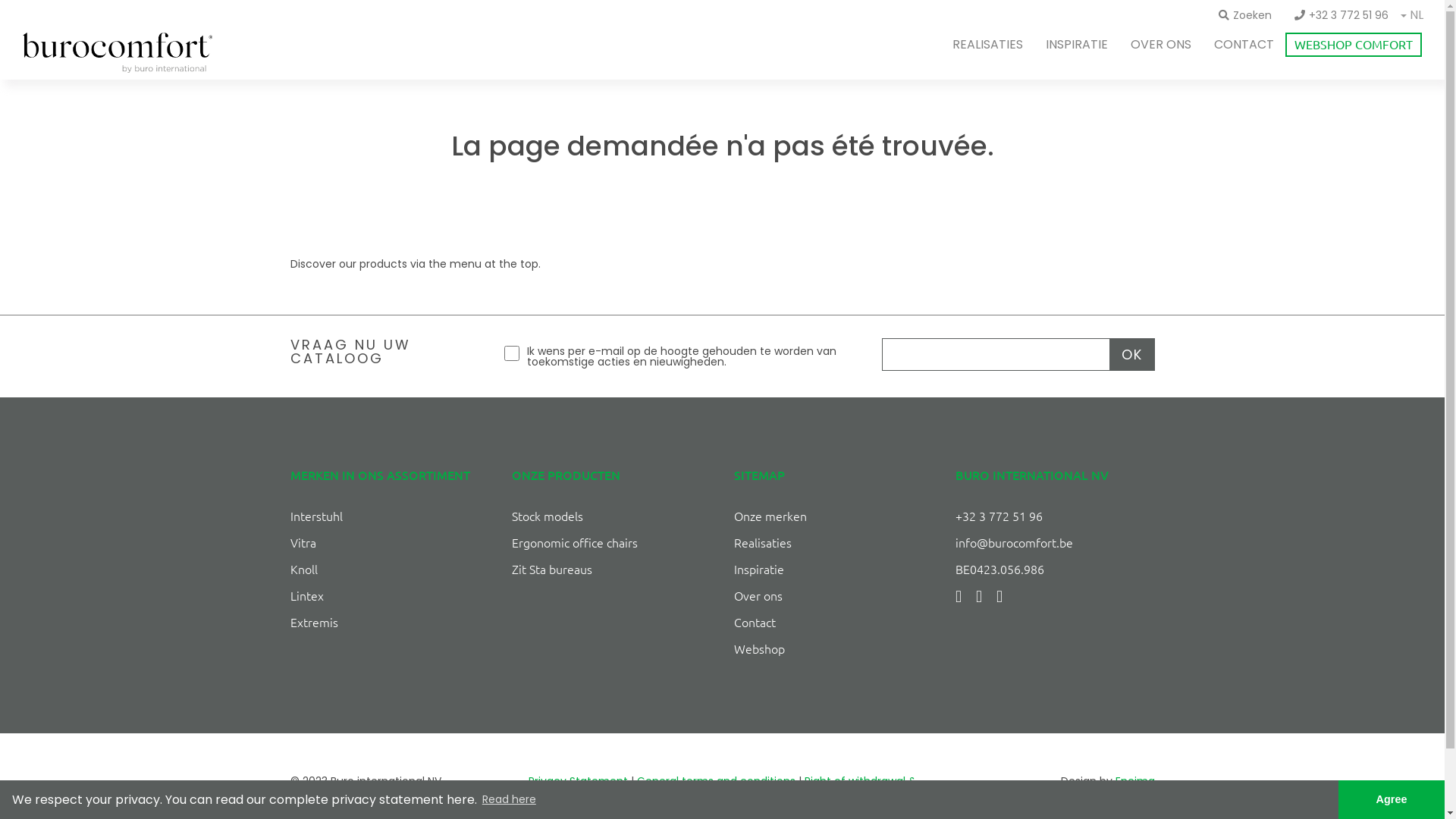 The height and width of the screenshot is (819, 1456). I want to click on 'info@burocomfort.be', so click(1014, 541).